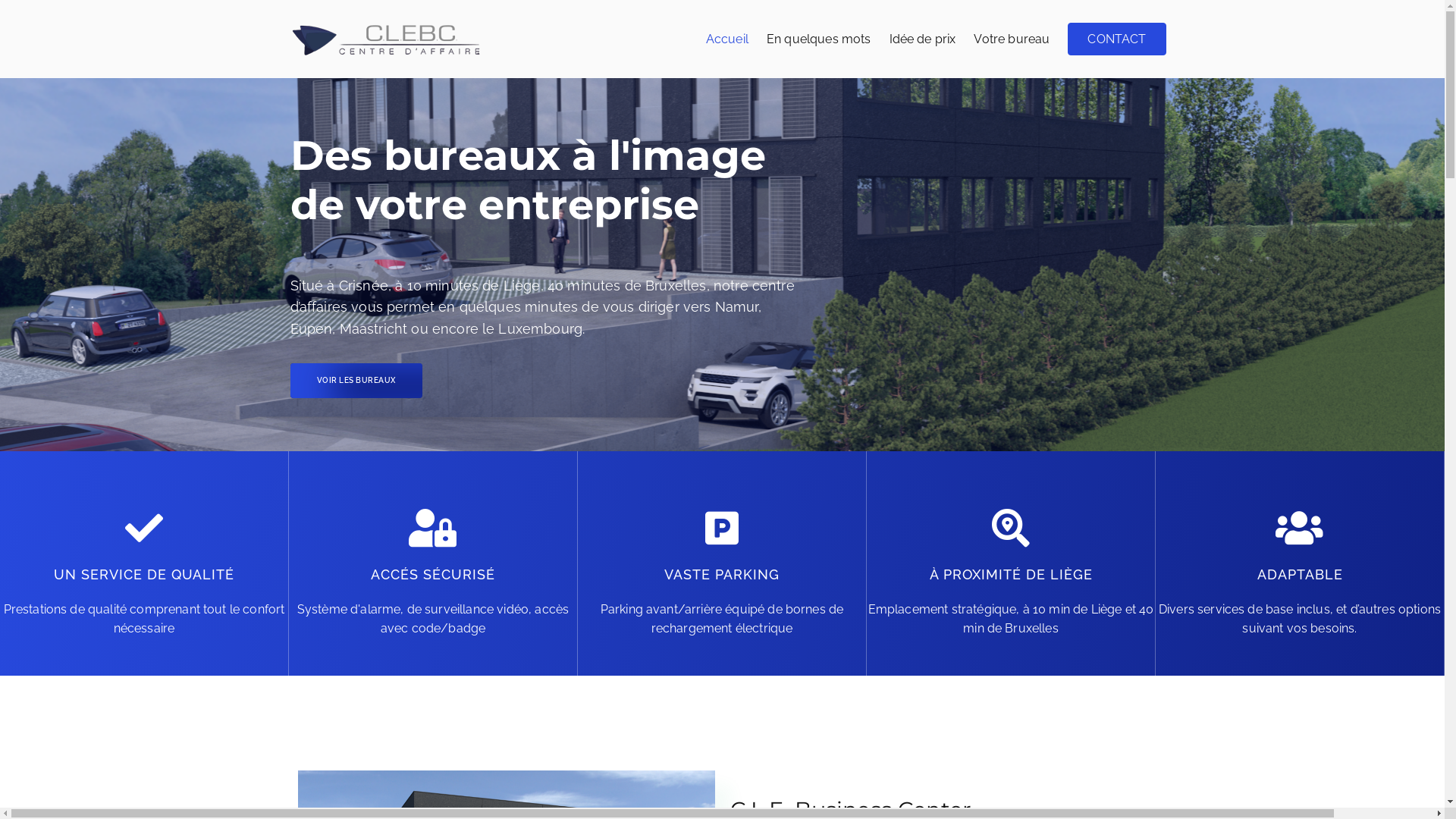  Describe the element at coordinates (290, 379) in the screenshot. I see `'VOIR LES BUREAUX'` at that location.